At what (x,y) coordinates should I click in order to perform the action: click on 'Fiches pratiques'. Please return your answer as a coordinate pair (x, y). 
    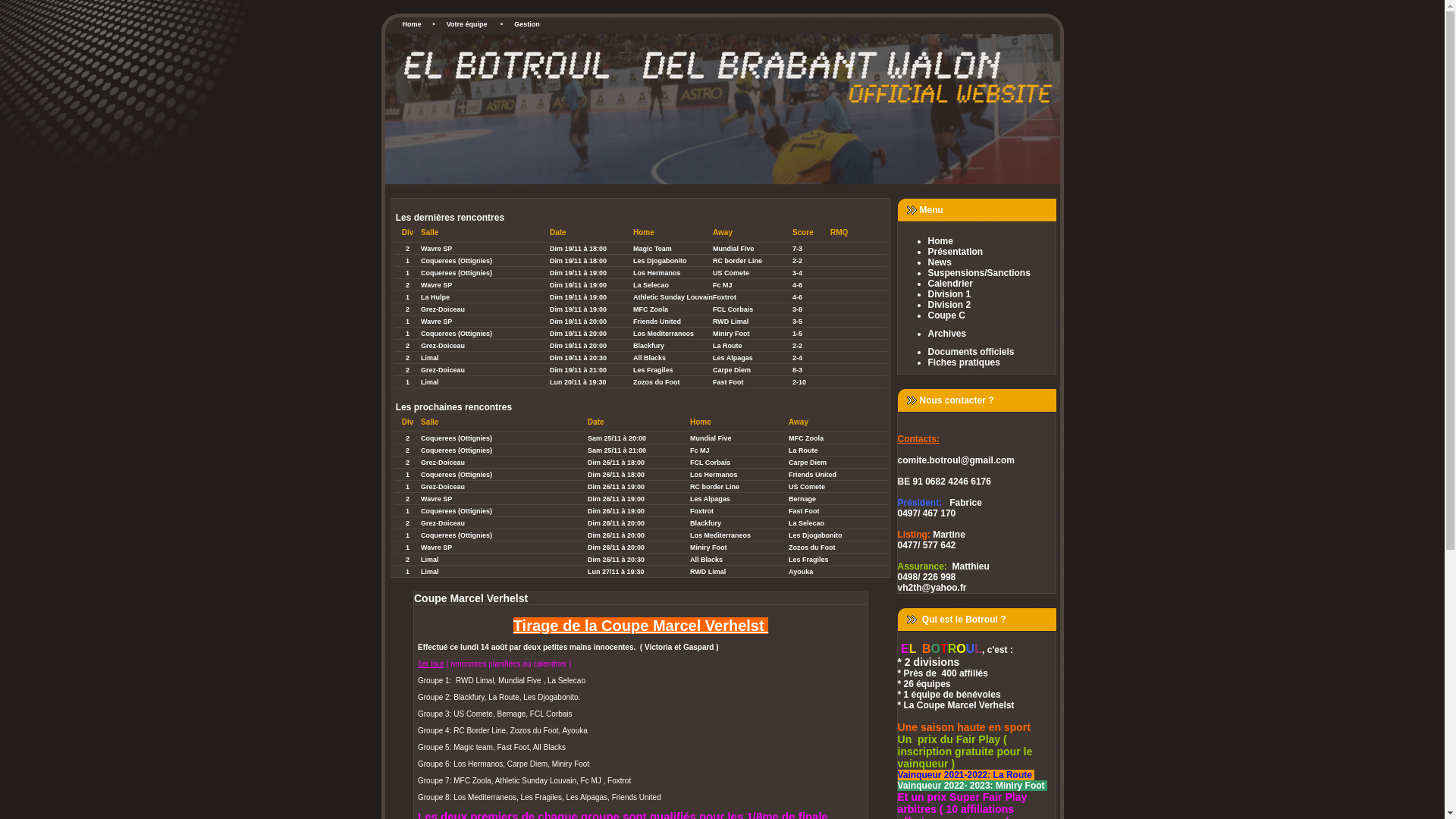
    Looking at the image, I should click on (991, 362).